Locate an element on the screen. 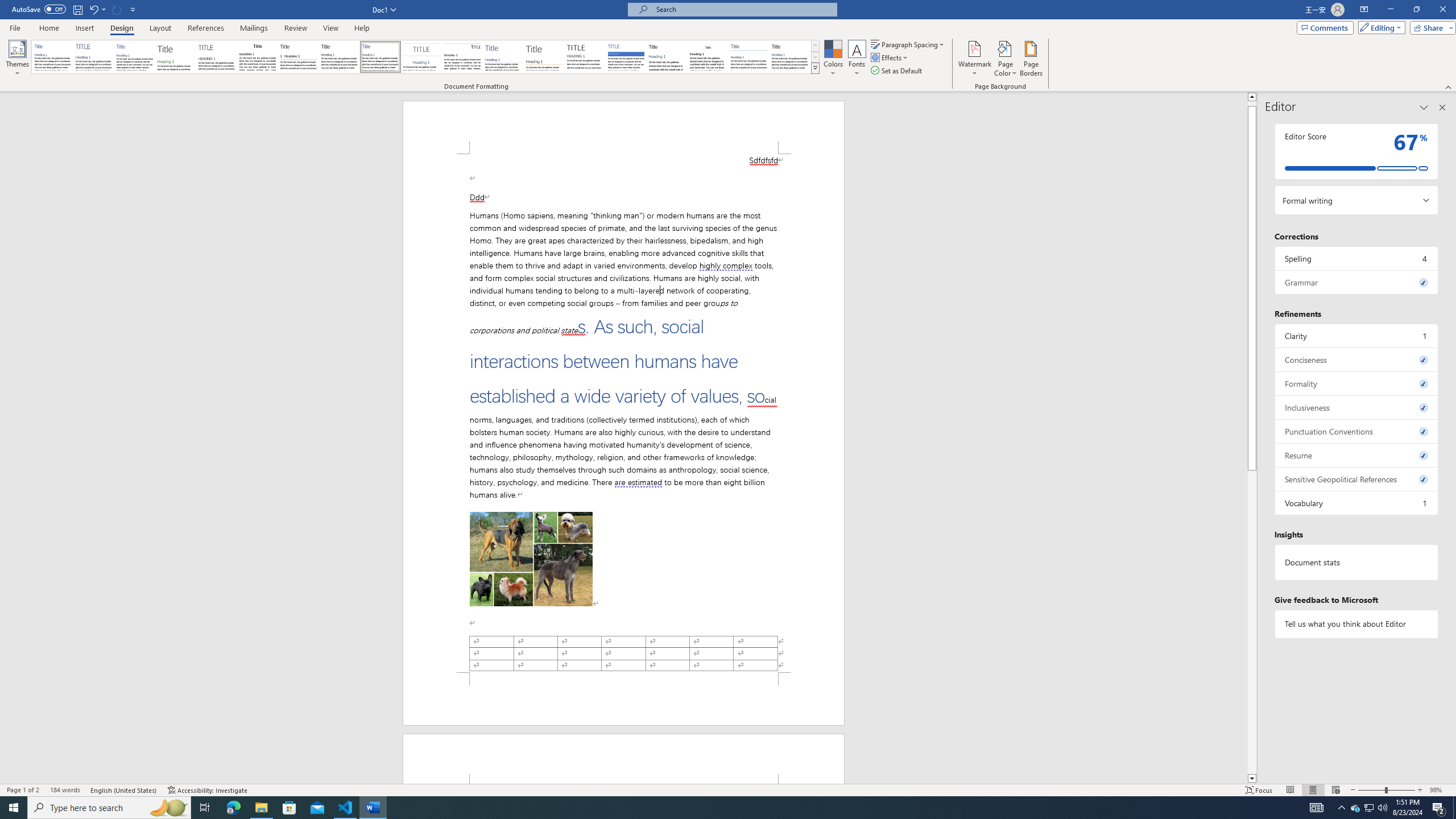 The image size is (1456, 819). 'Tell us what you think about Editor' is located at coordinates (1356, 623).